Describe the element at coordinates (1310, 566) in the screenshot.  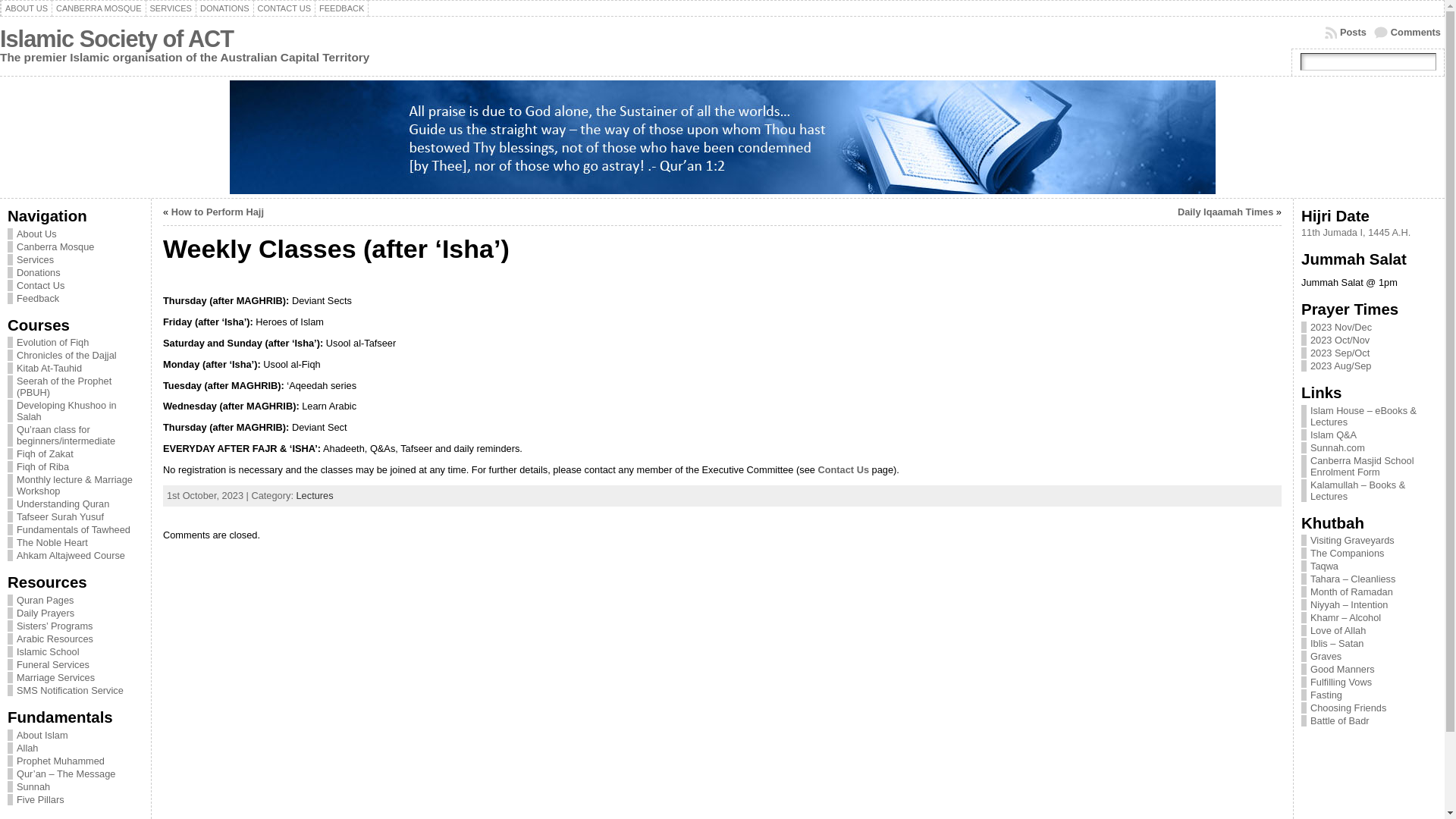
I see `'Taqwa'` at that location.